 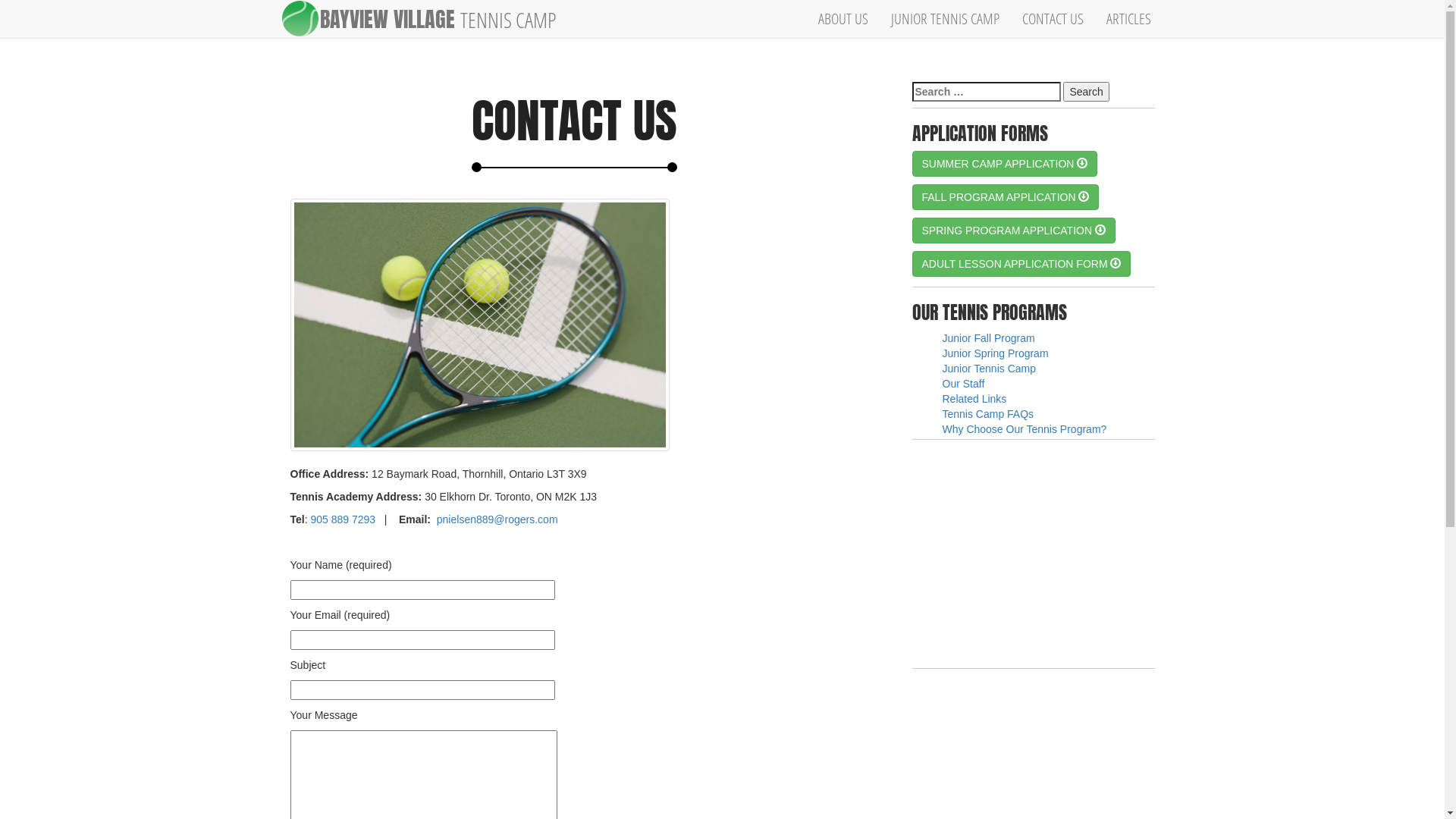 I want to click on 'pnielsen889@rogers.com', so click(x=497, y=519).